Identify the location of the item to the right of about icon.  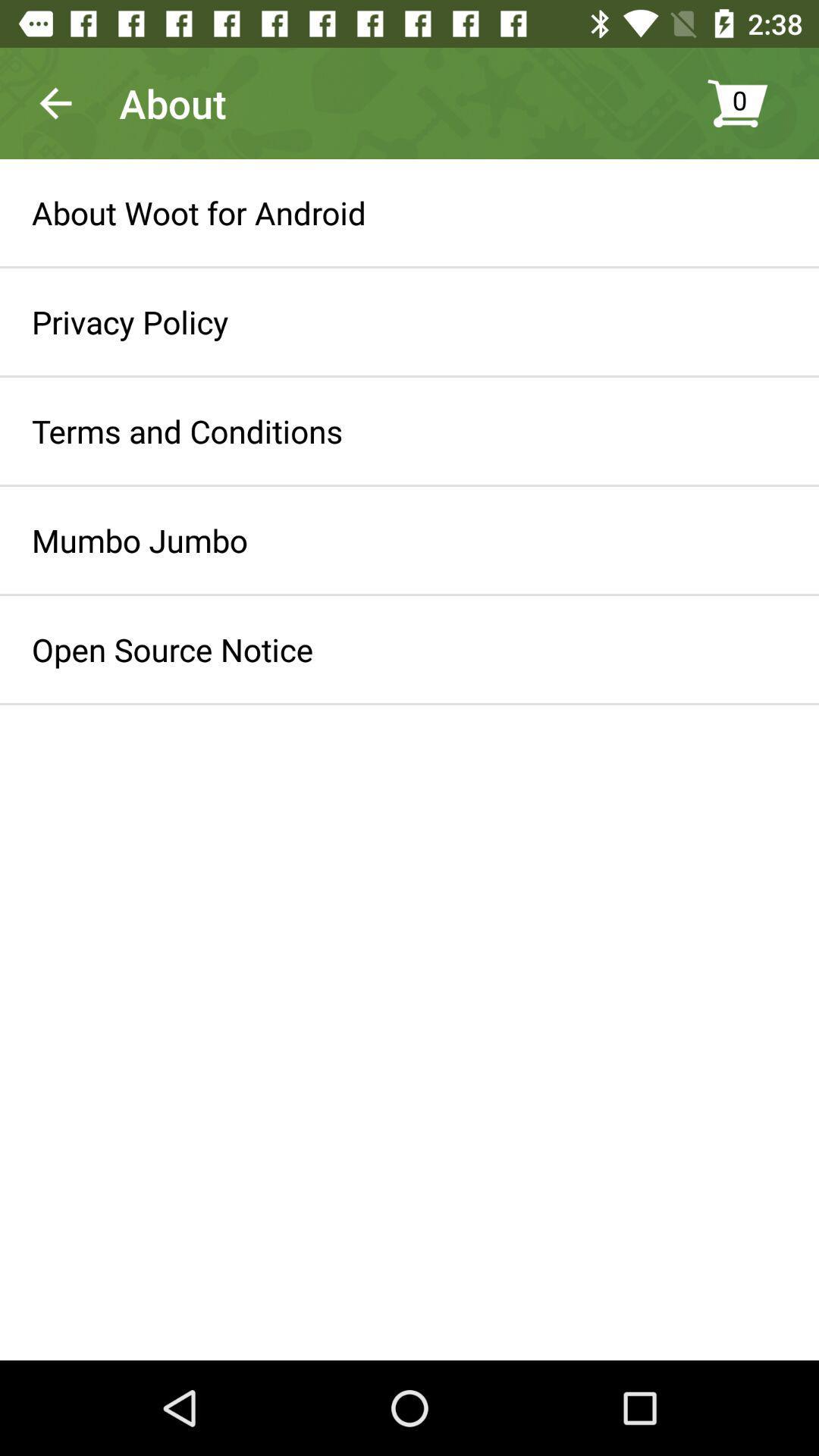
(755, 102).